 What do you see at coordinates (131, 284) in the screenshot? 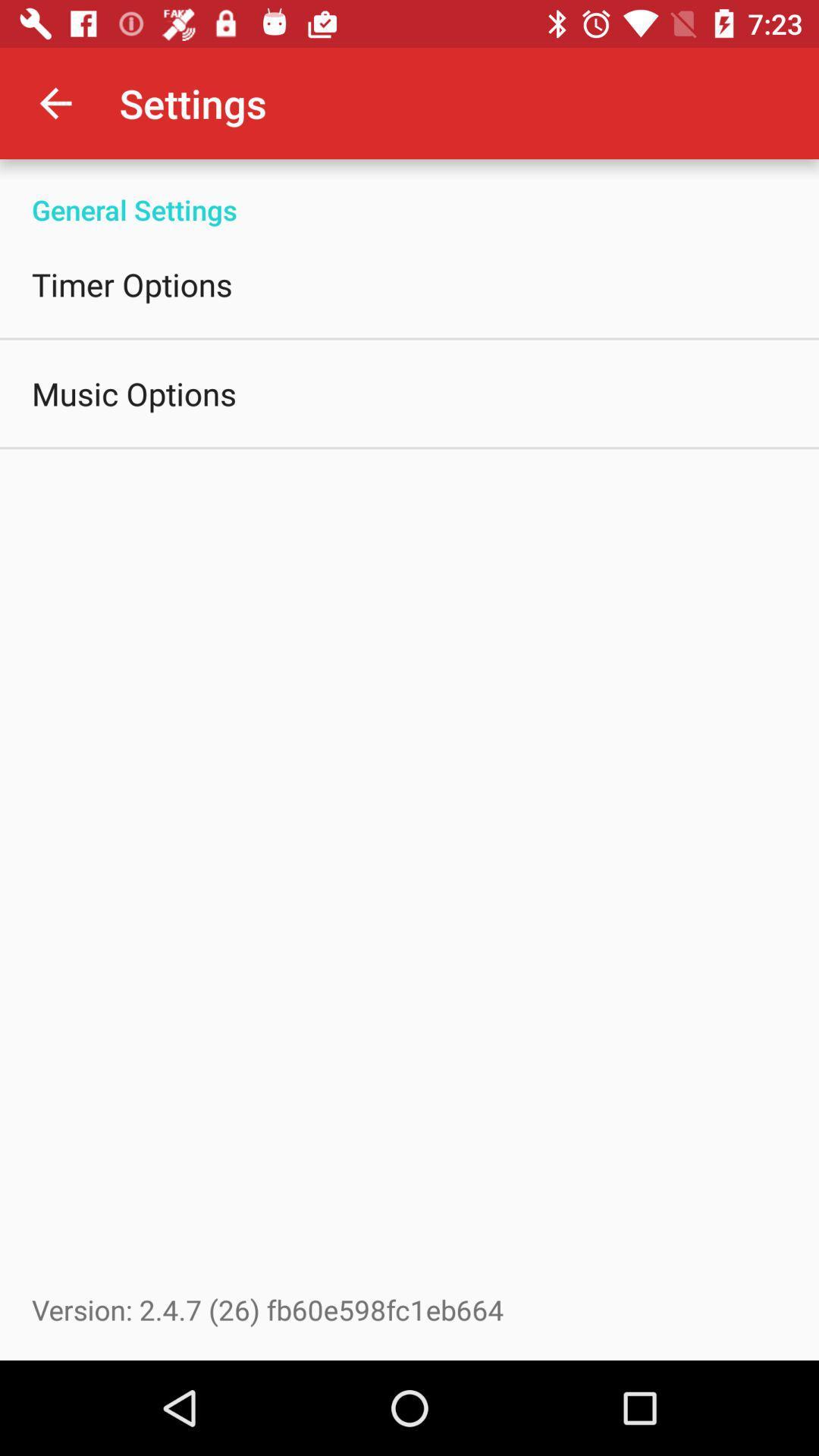
I see `the item above the music options item` at bounding box center [131, 284].